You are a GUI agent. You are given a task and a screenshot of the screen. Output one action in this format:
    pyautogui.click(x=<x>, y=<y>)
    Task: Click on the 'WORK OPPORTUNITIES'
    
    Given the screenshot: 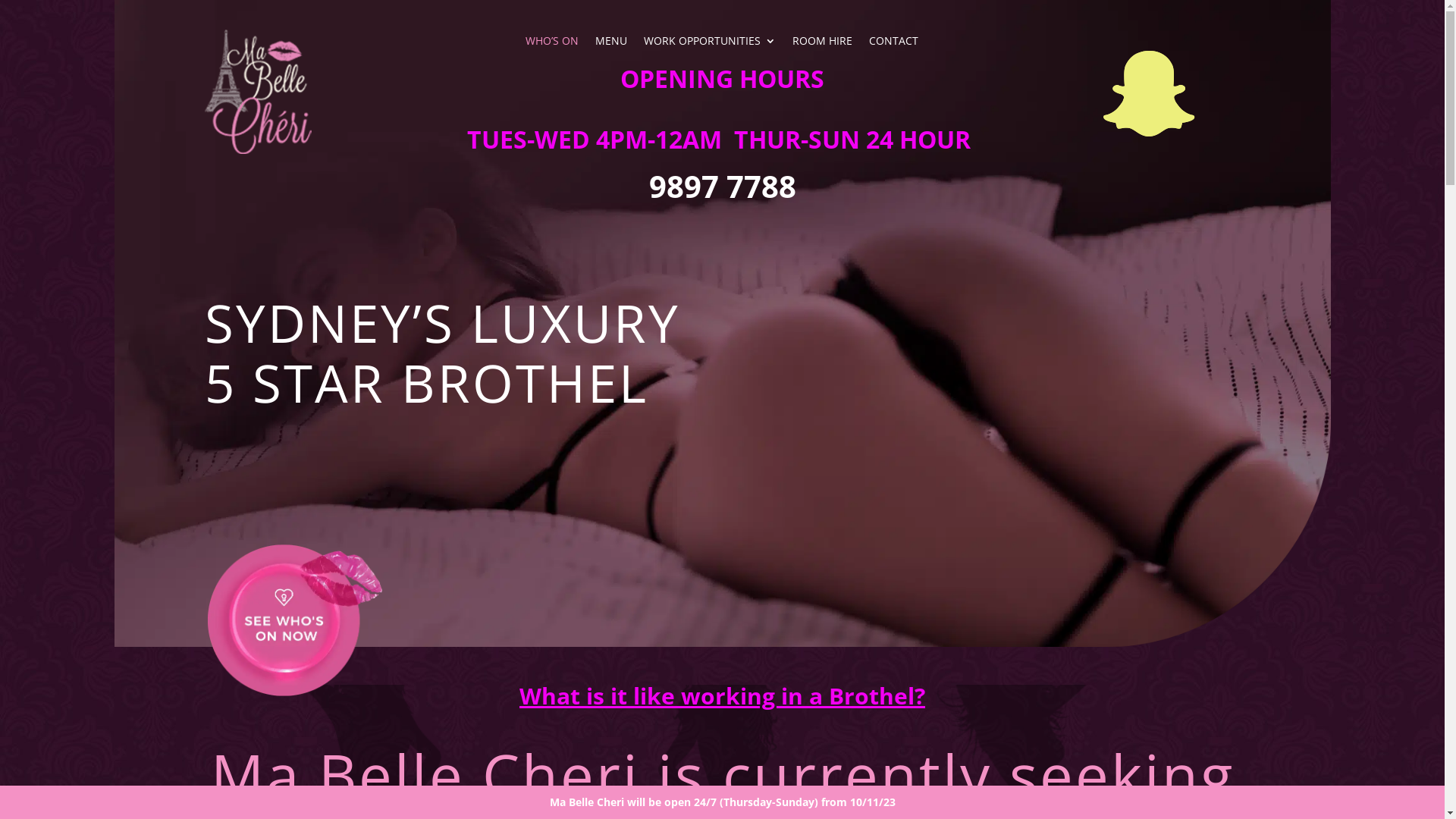 What is the action you would take?
    pyautogui.click(x=709, y=42)
    